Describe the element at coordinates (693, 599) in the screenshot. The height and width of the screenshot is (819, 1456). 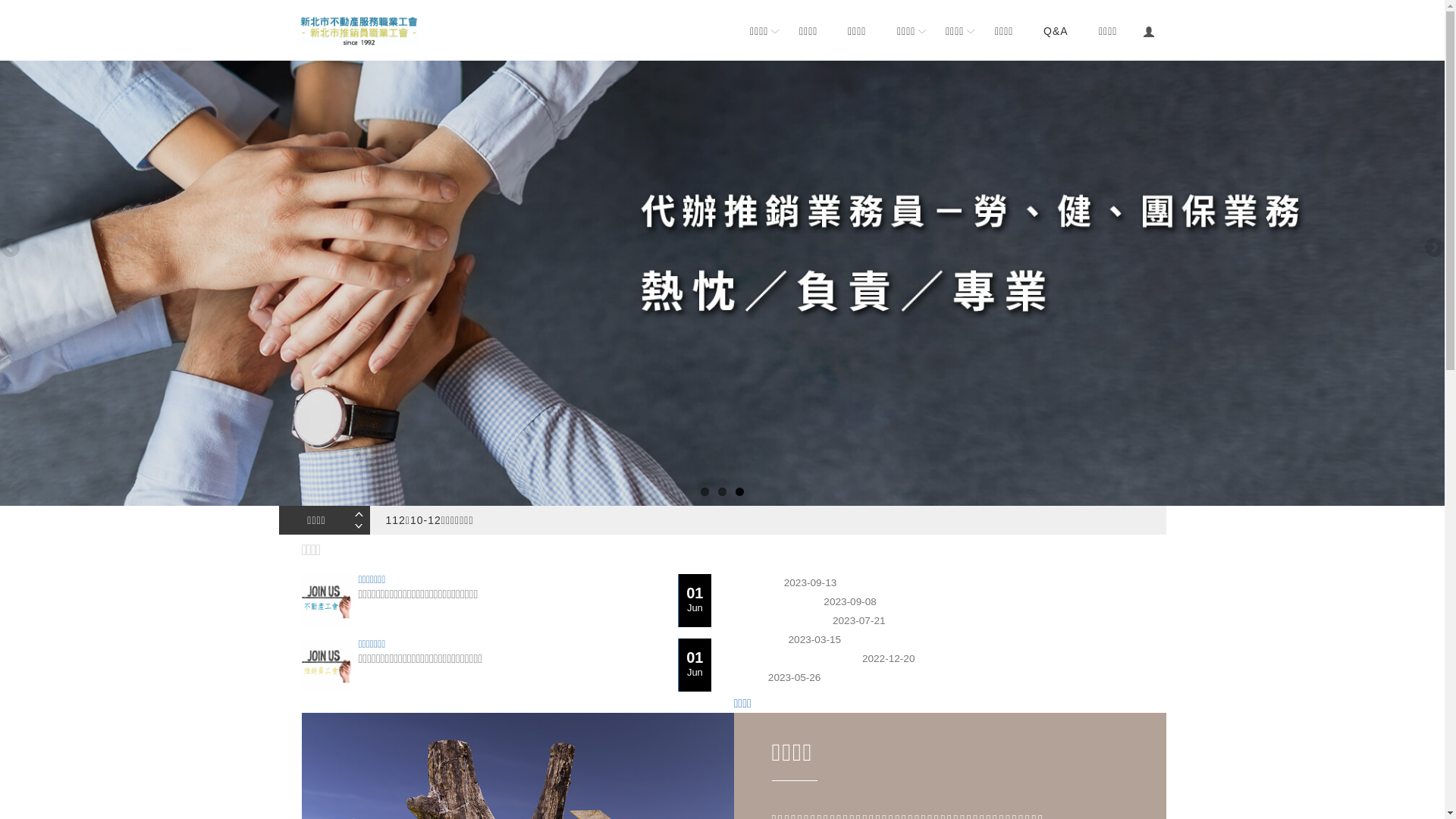
I see `'01` at that location.